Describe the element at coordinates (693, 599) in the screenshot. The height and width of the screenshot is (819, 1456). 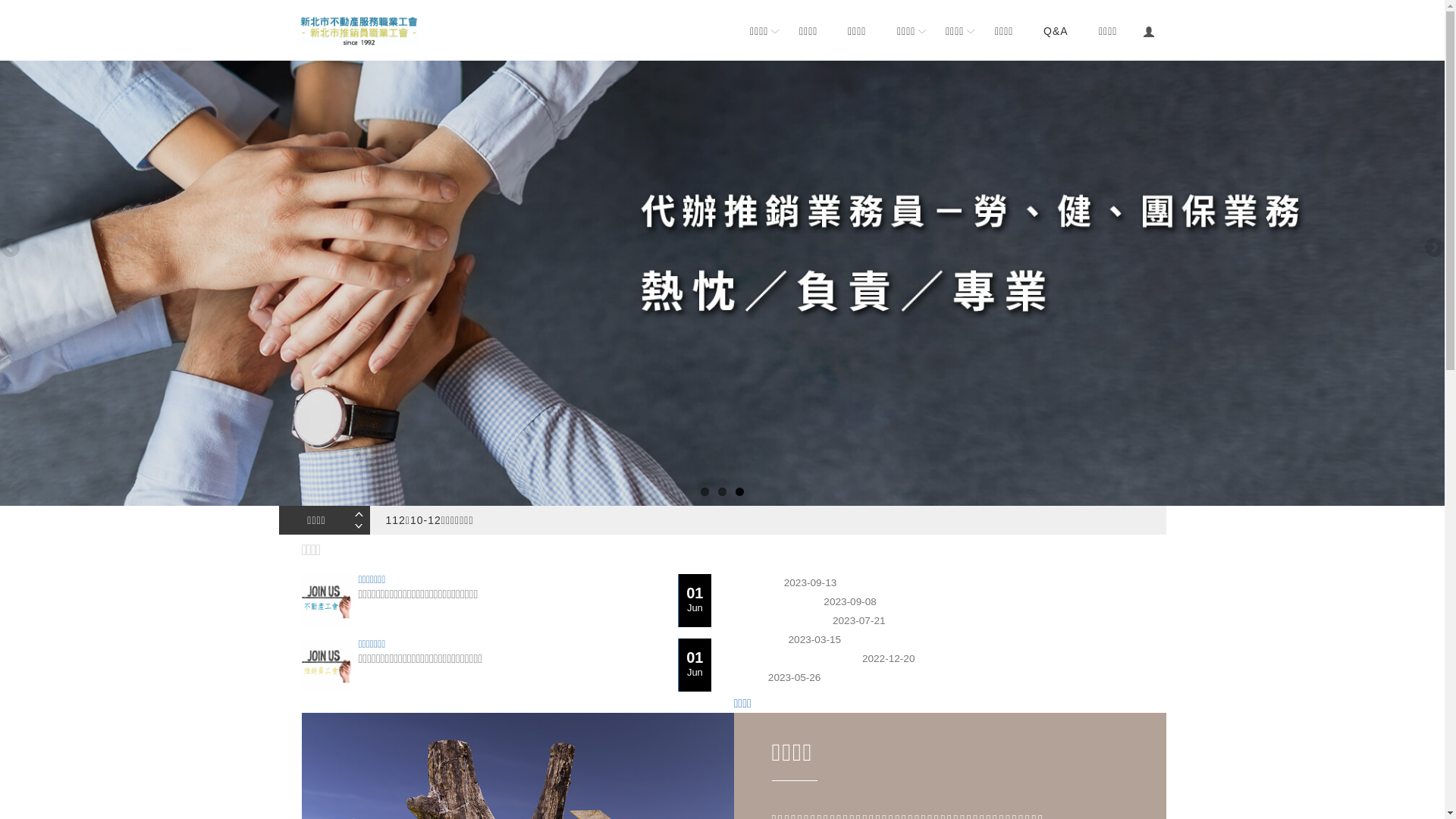
I see `'01` at that location.